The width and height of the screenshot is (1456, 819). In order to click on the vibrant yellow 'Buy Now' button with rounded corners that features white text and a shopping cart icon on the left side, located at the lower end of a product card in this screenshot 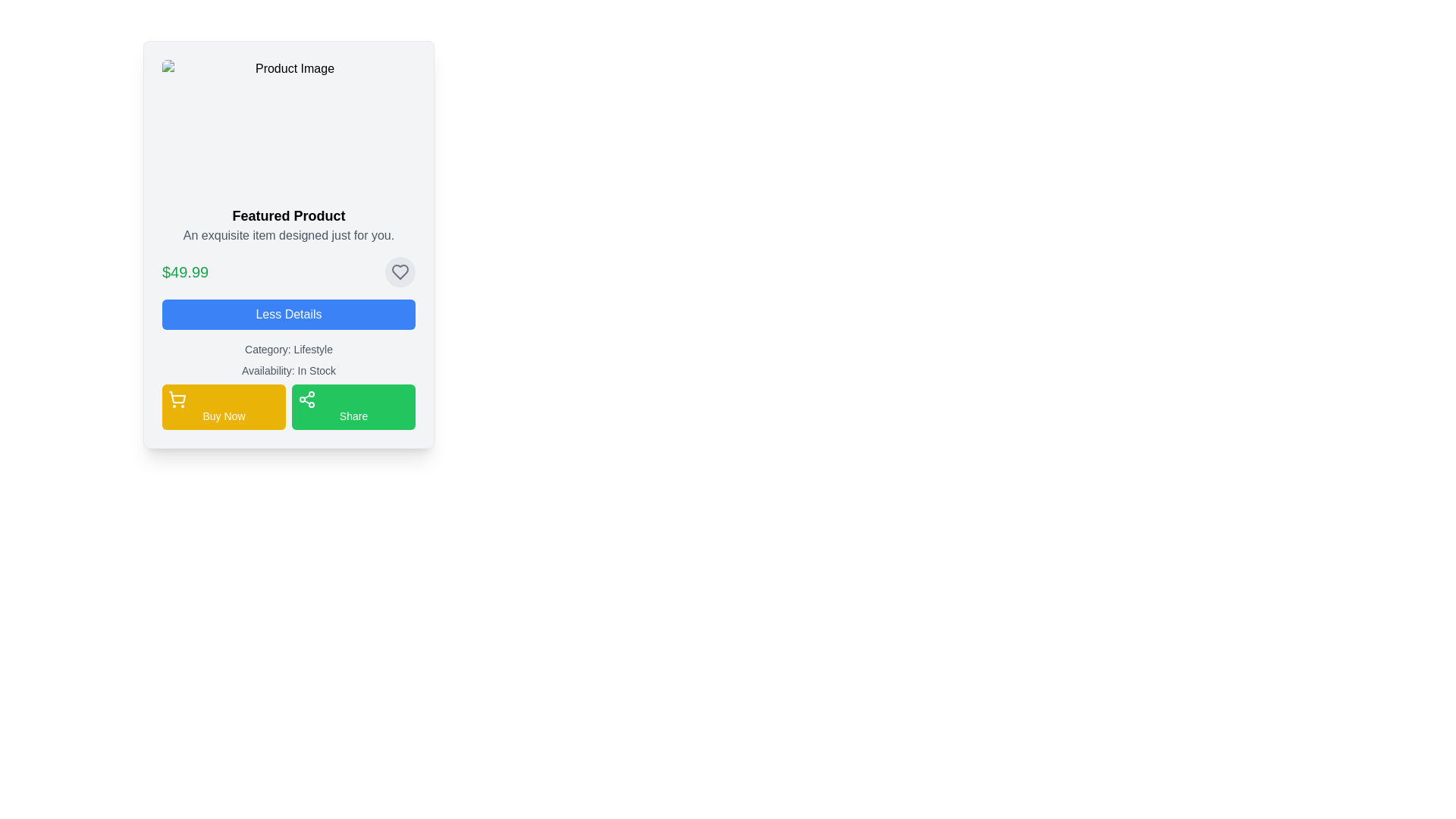, I will do `click(223, 406)`.